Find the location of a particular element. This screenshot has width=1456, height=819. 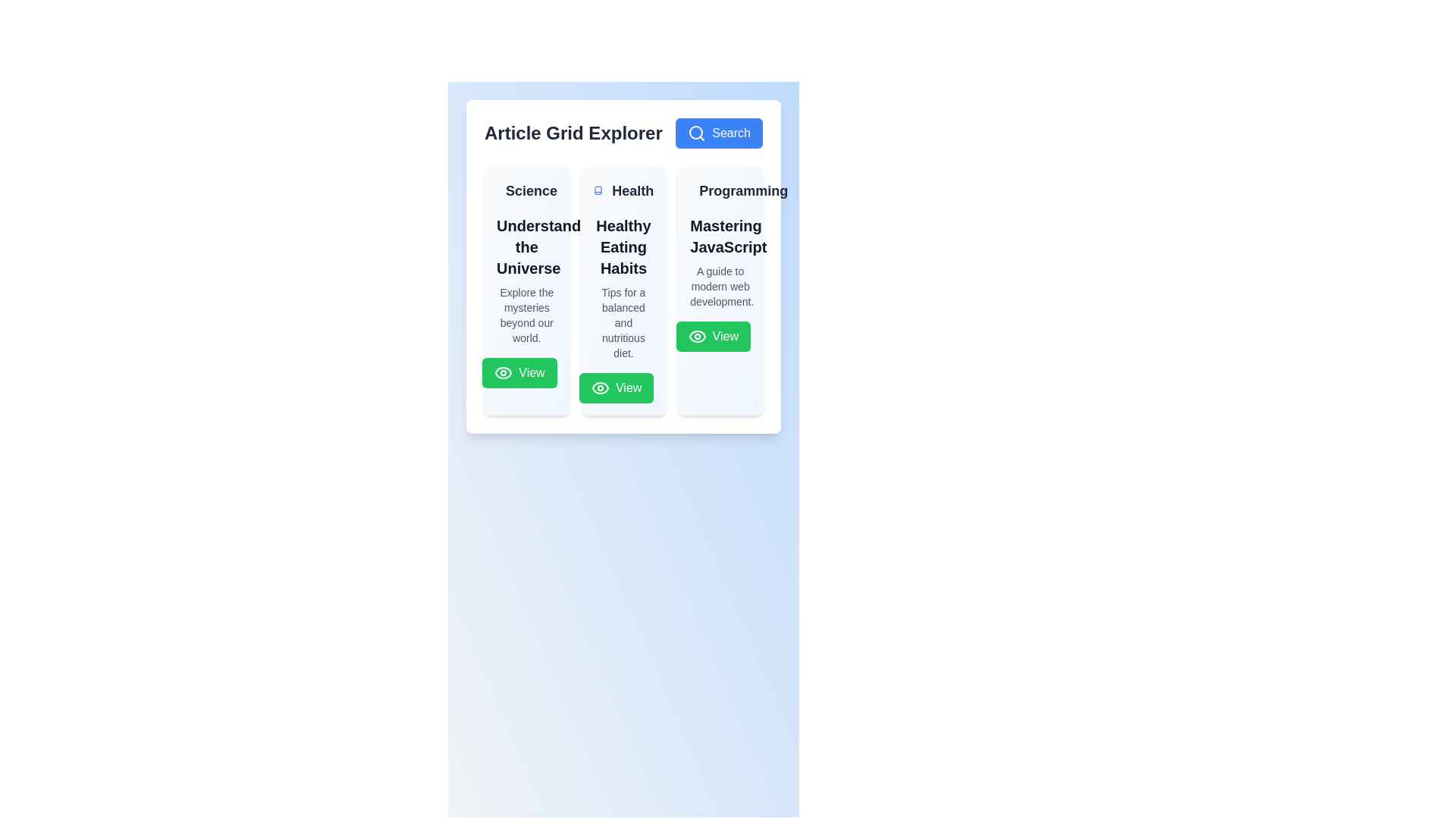

the search button located at the top-right corner next to the text 'Article Grid Explorer' to initiate a search action is located at coordinates (718, 133).